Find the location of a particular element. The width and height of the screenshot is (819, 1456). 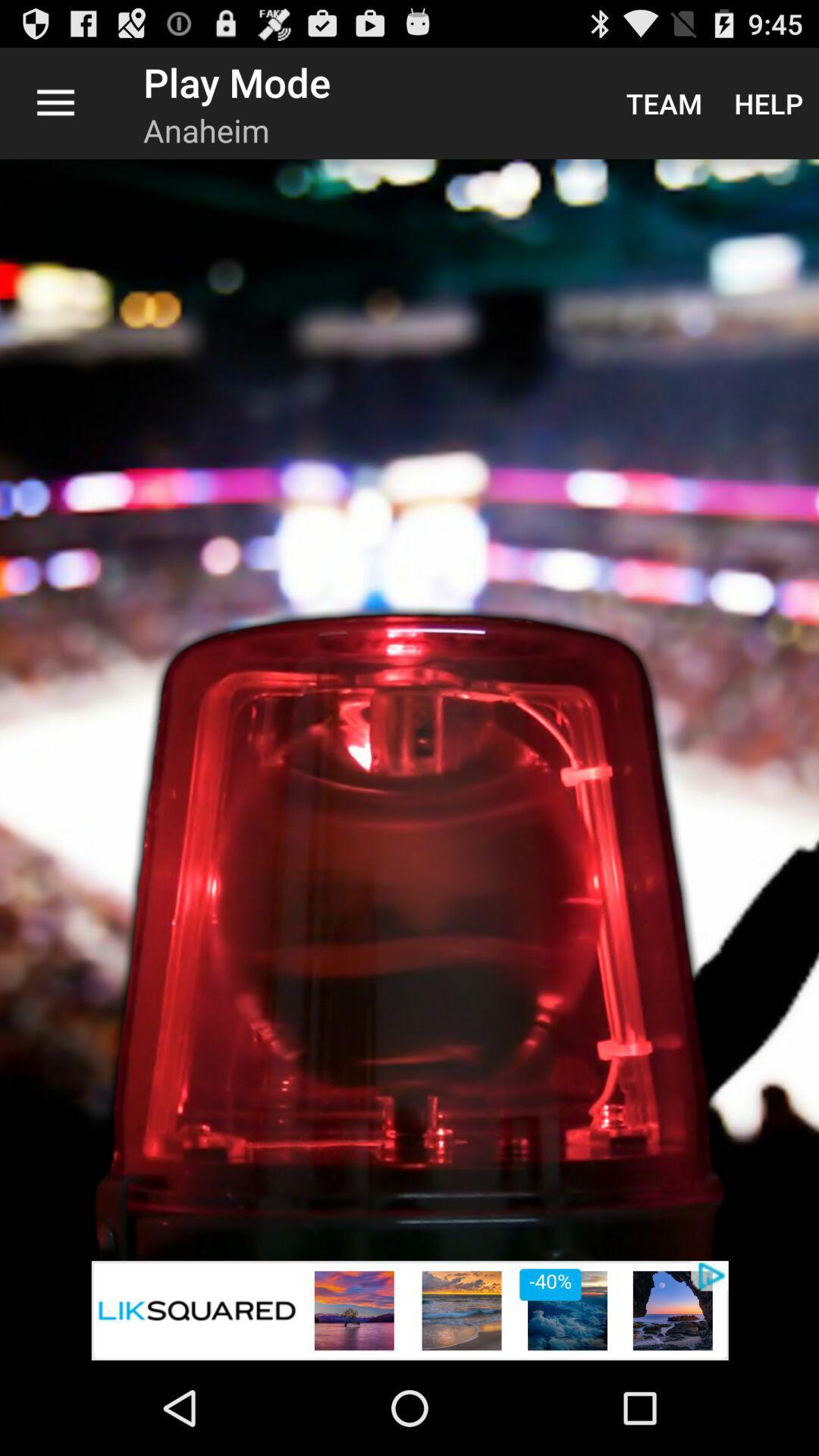

item next to the team item is located at coordinates (768, 102).